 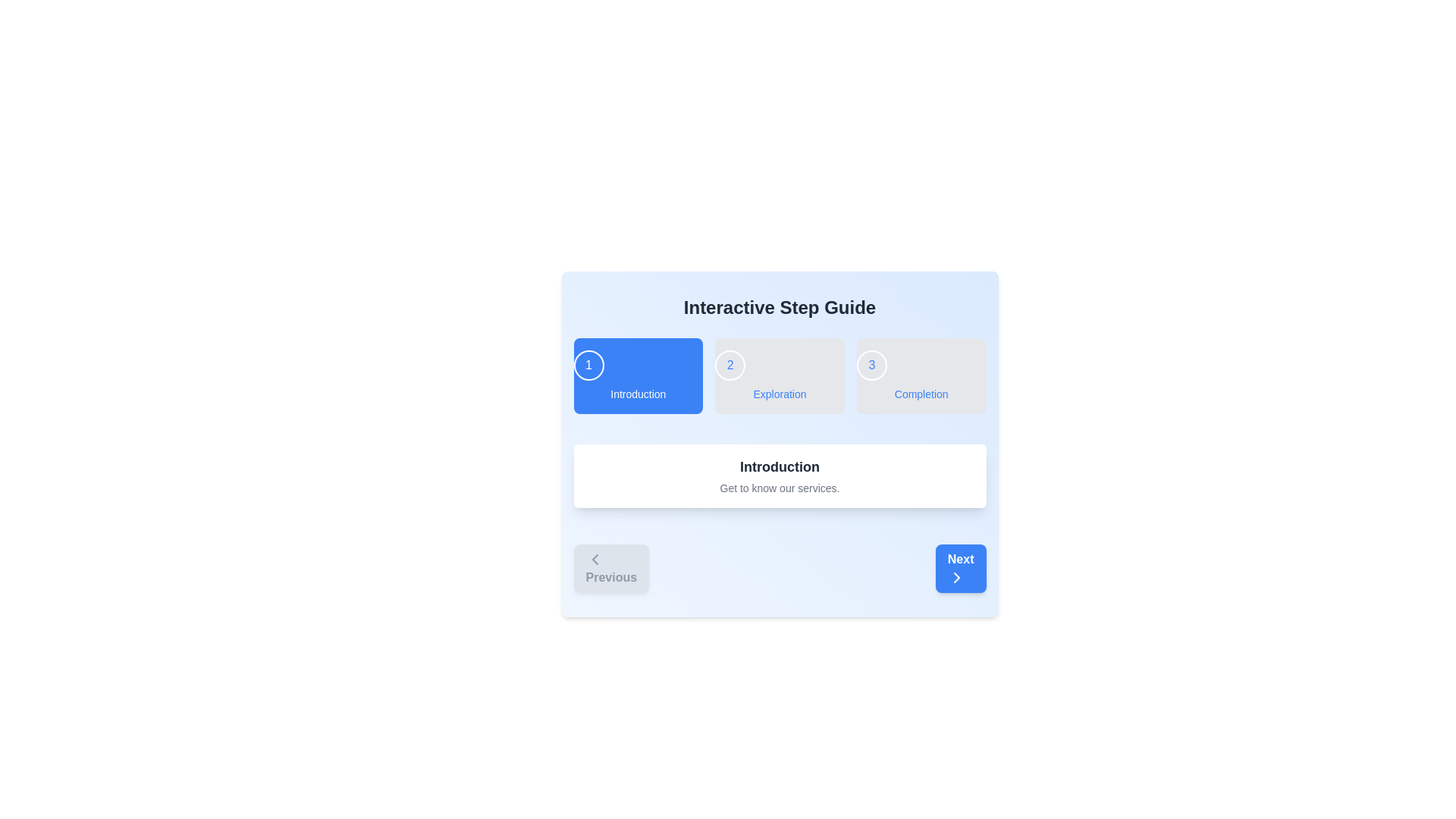 I want to click on the label indicating step 3 in the guided process to check for any tooltip appearance, so click(x=921, y=394).